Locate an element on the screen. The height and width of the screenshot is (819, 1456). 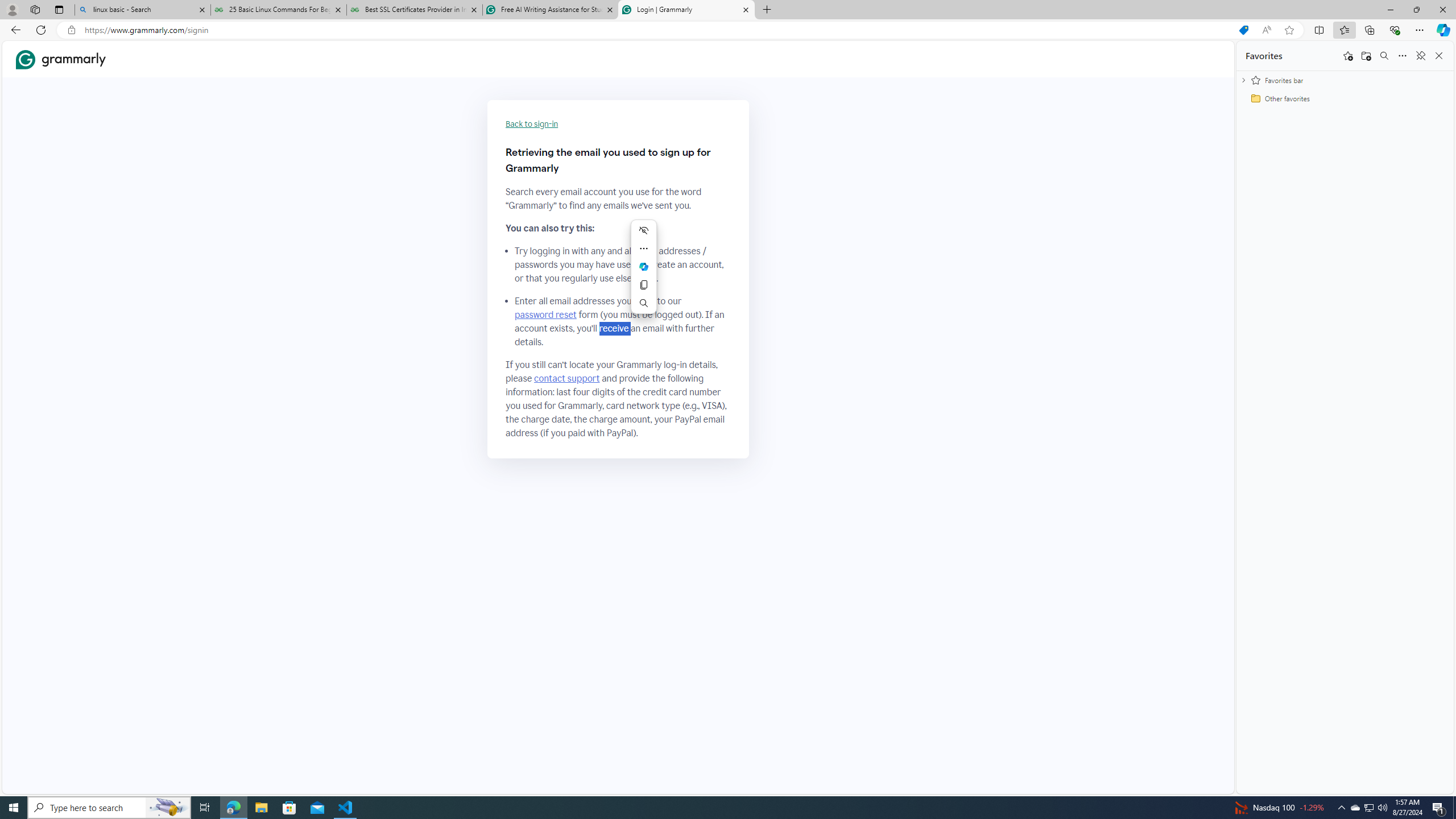
'Add this page to favorites' is located at coordinates (1347, 55).